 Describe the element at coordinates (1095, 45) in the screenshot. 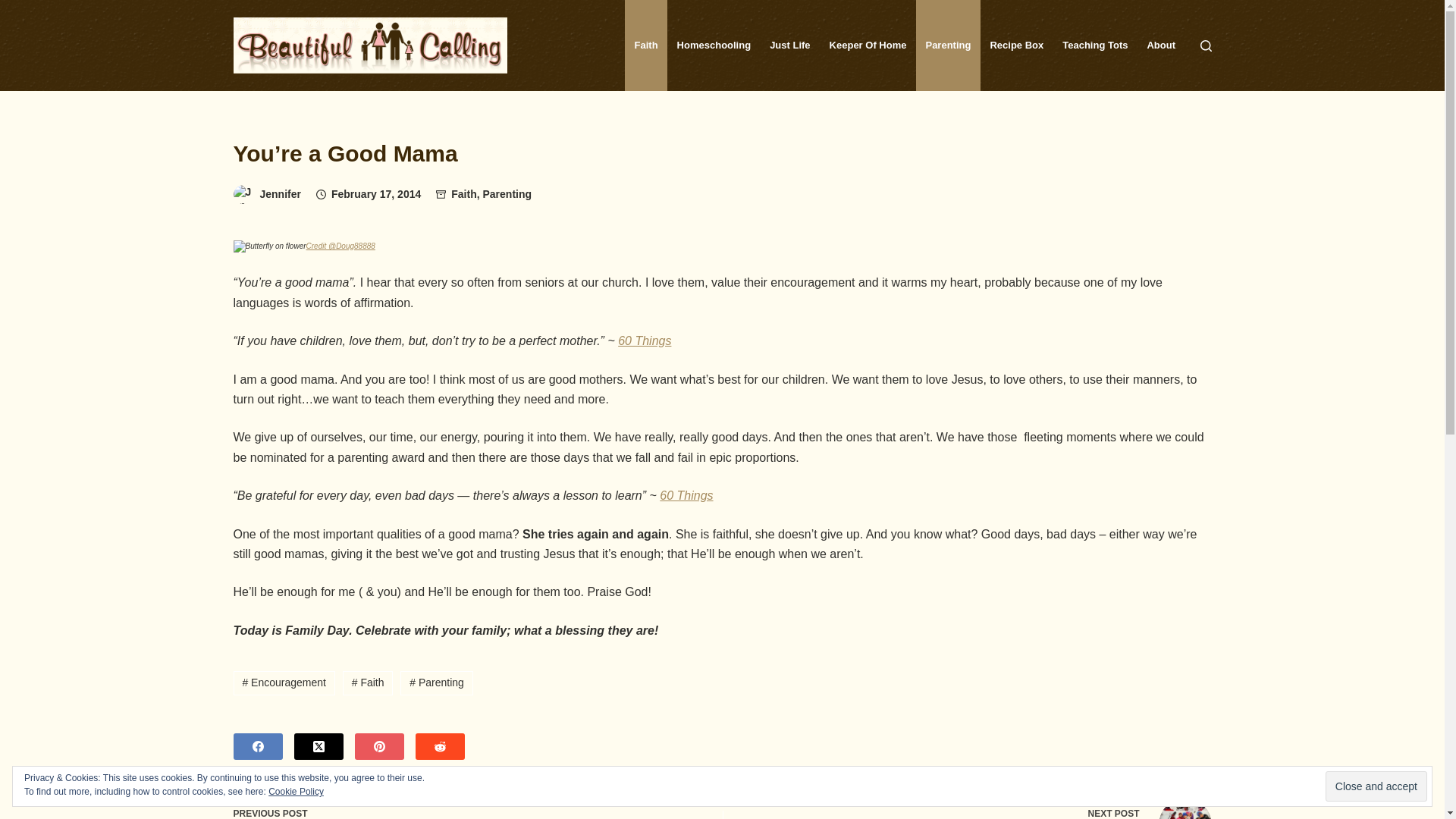

I see `'Teaching Tots'` at that location.